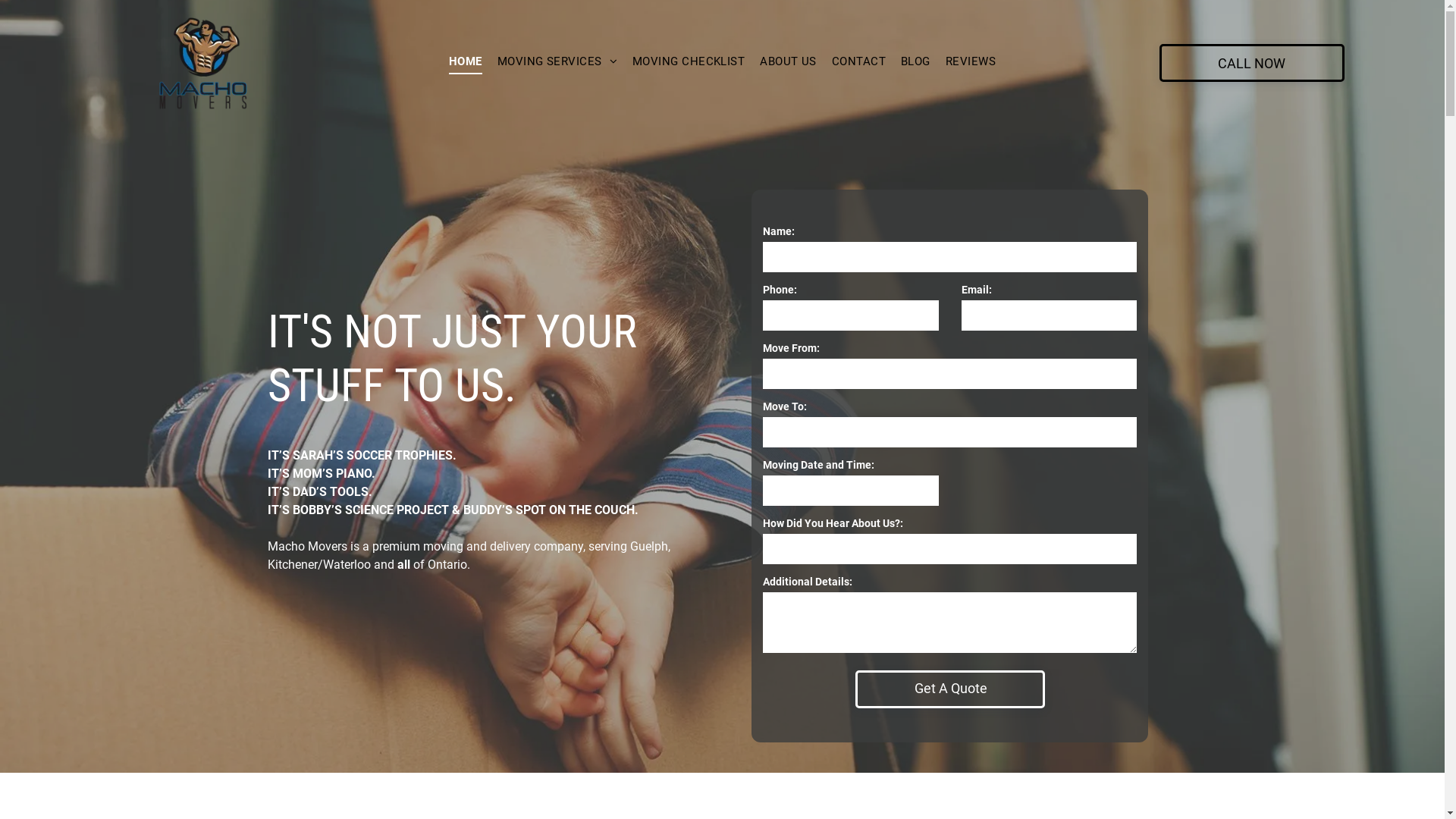 The image size is (1456, 819). What do you see at coordinates (1252, 62) in the screenshot?
I see `'CALL NOW'` at bounding box center [1252, 62].